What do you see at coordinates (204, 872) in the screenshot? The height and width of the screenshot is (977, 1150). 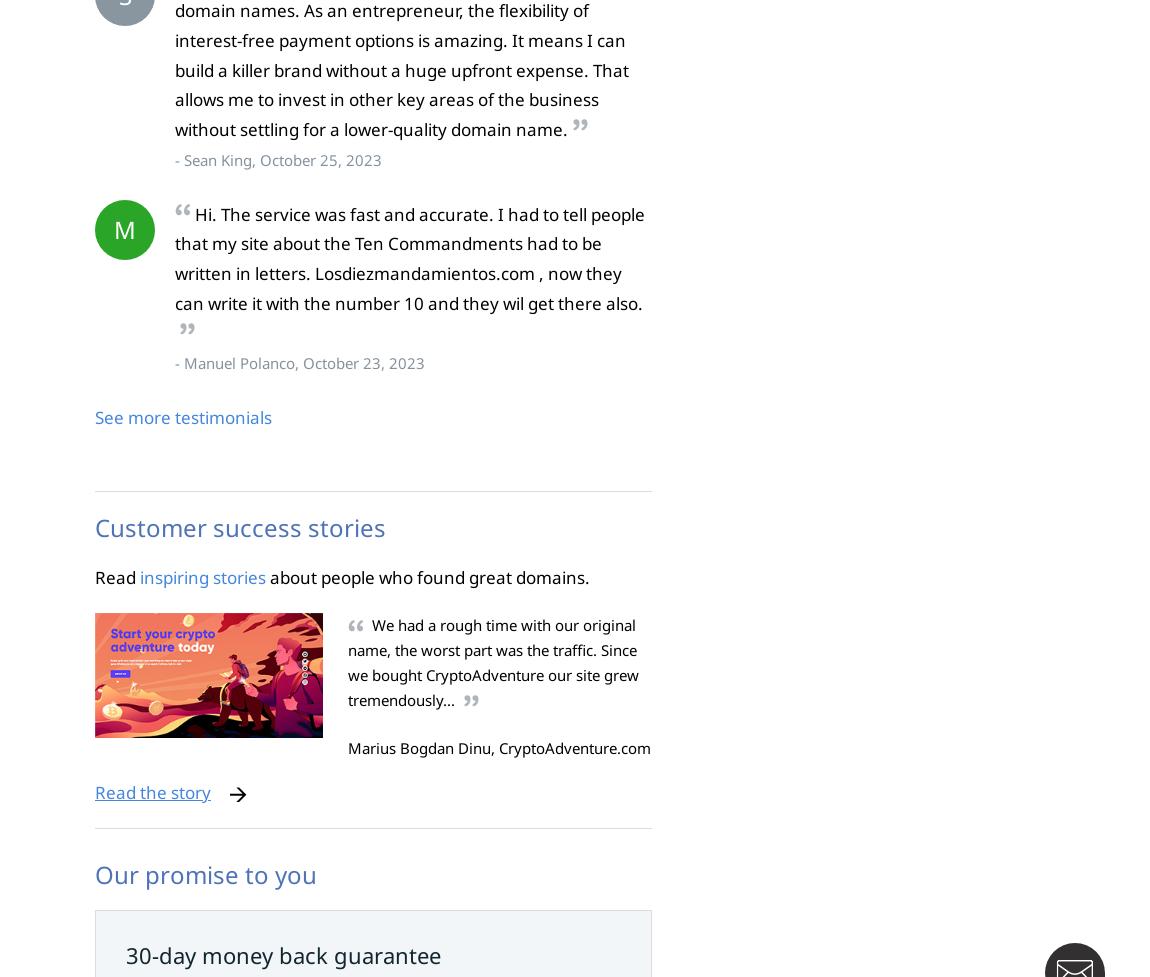 I see `'Our promise to you'` at bounding box center [204, 872].